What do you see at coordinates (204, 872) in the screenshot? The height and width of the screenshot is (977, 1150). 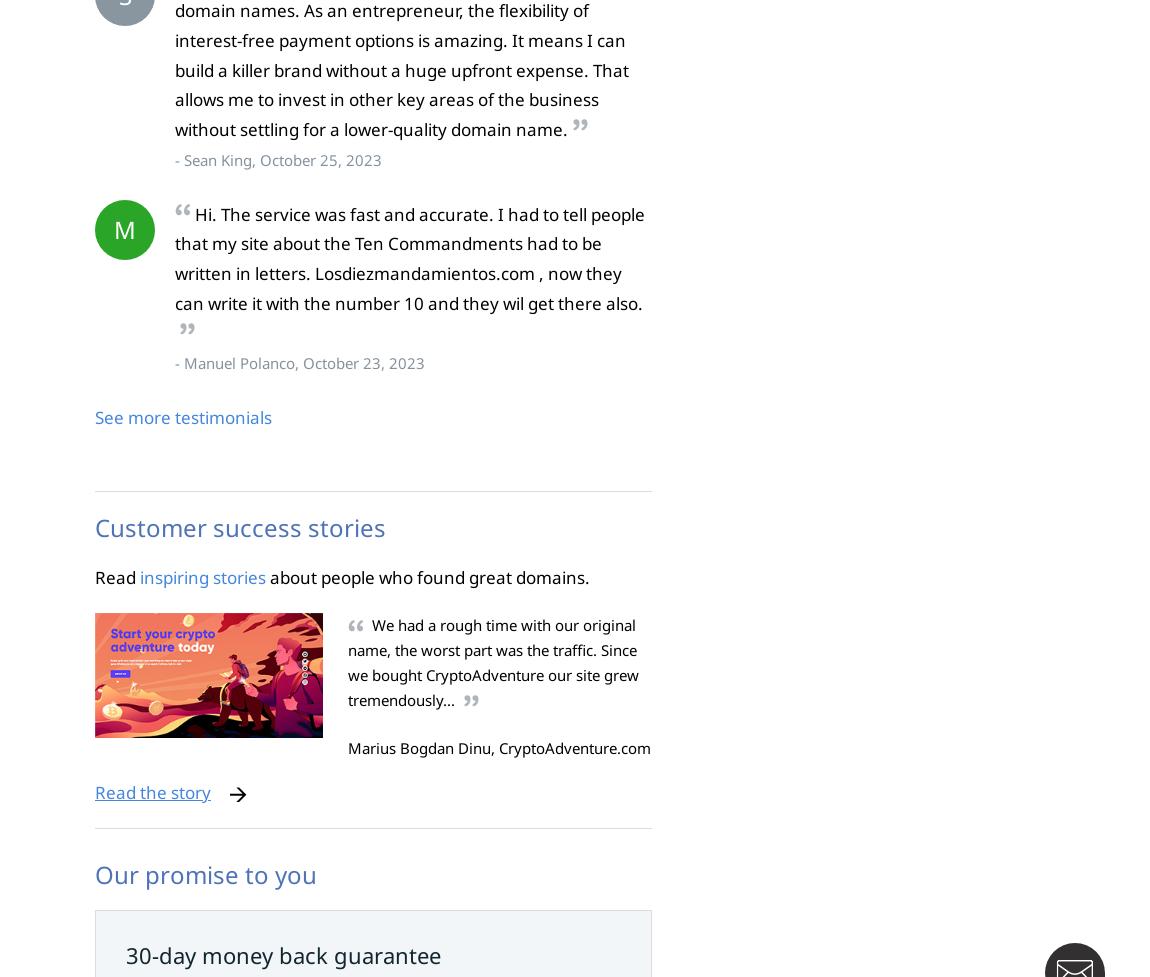 I see `'Our promise to you'` at bounding box center [204, 872].